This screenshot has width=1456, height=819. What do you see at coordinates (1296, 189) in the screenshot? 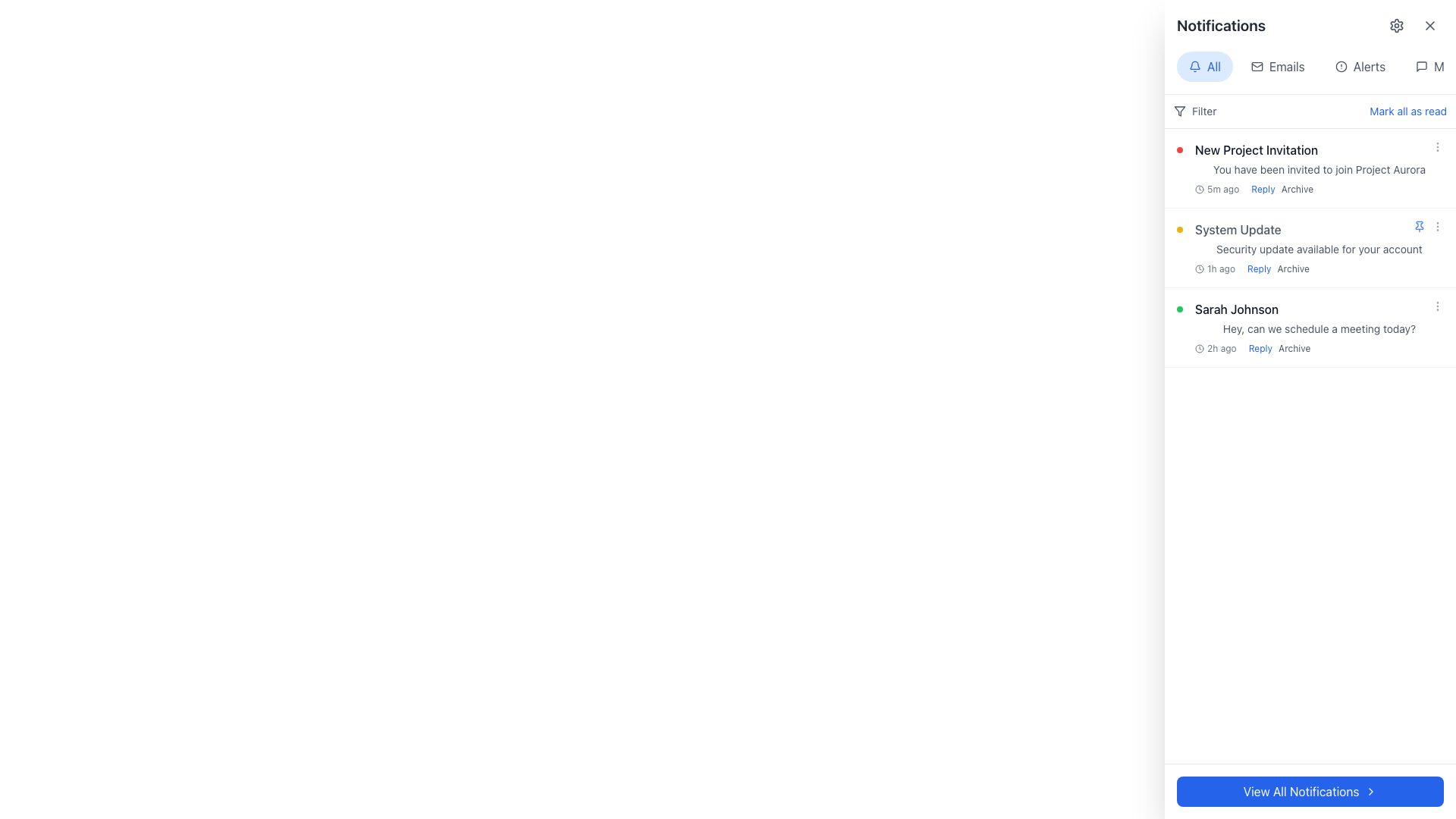
I see `the interactive text label displaying 'Archive' to change its color and indicate interactivity` at bounding box center [1296, 189].